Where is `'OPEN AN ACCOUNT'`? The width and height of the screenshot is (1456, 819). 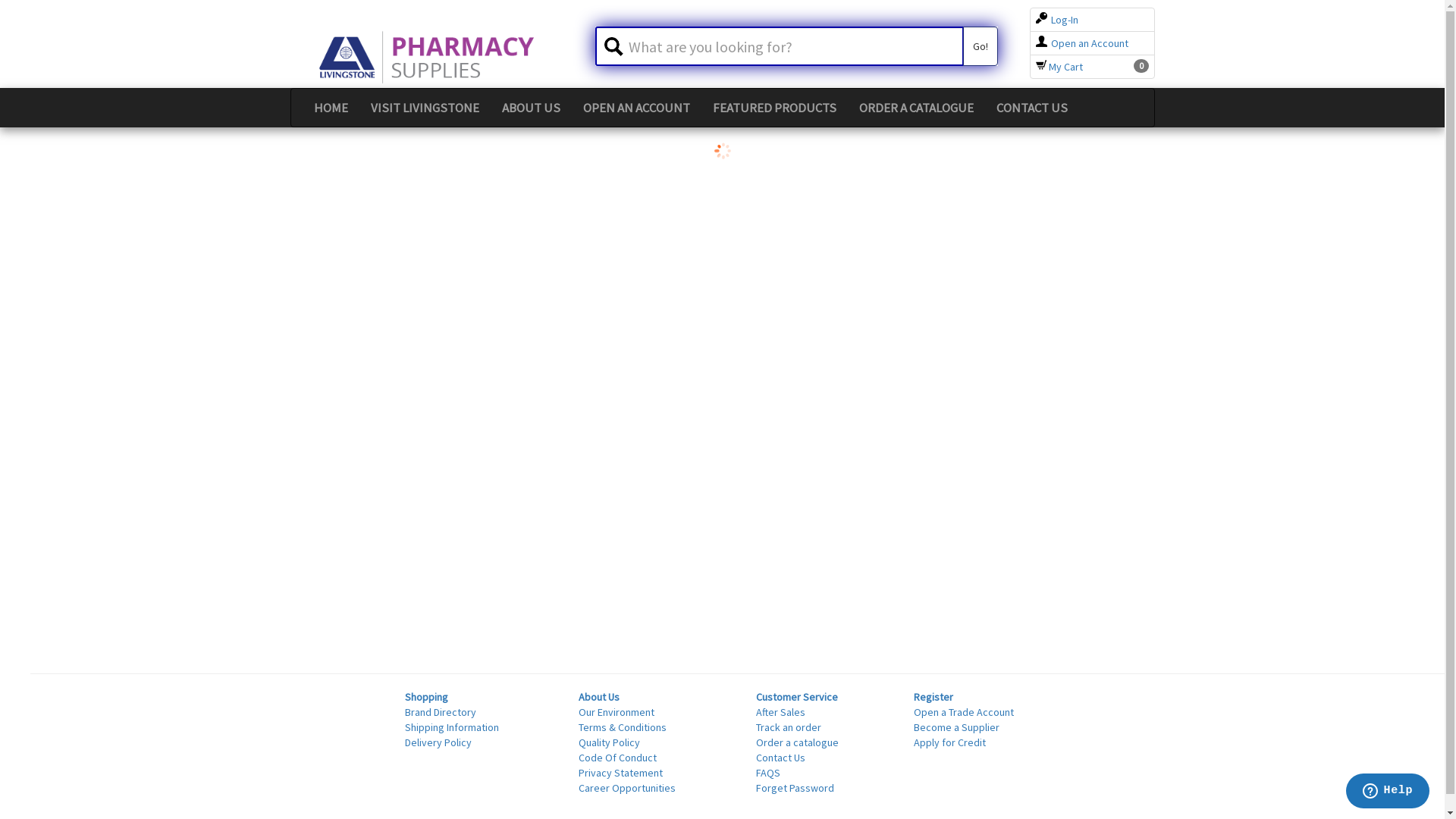
'OPEN AN ACCOUNT' is located at coordinates (636, 107).